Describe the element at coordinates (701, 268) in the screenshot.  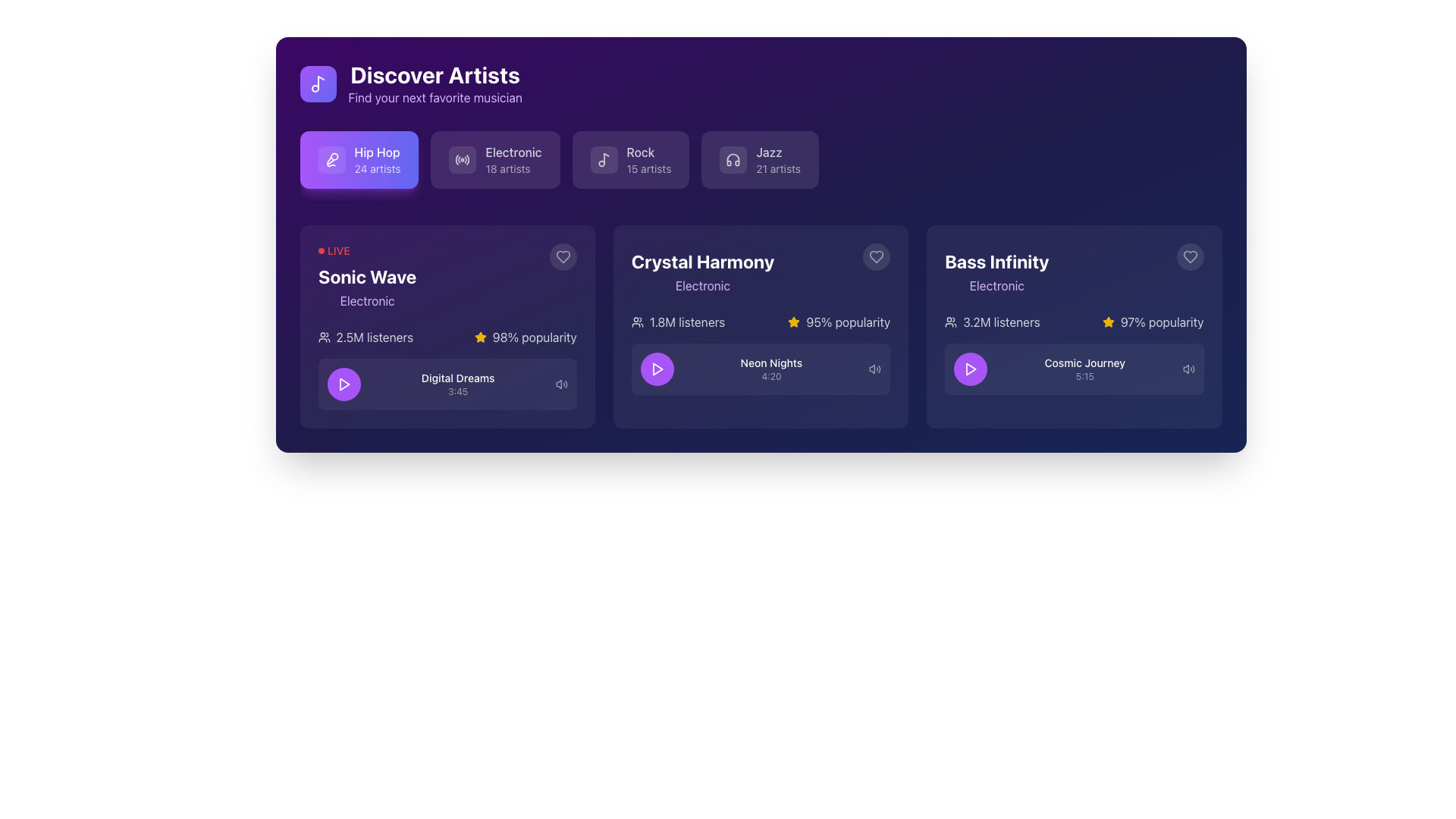
I see `the label/text that identifies the title and category of the featured content in the second card, located above the listener statistics and play button` at that location.